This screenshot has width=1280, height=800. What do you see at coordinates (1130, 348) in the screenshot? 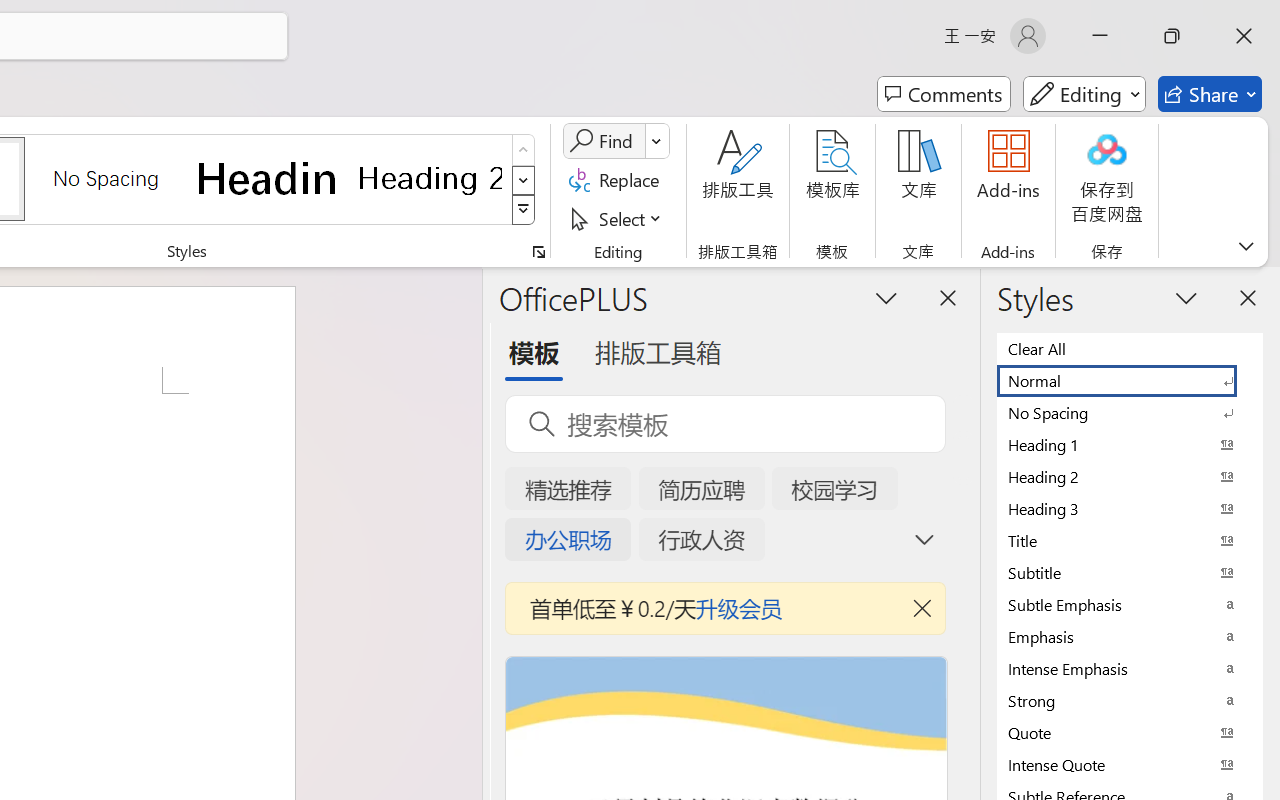
I see `'Clear All'` at bounding box center [1130, 348].